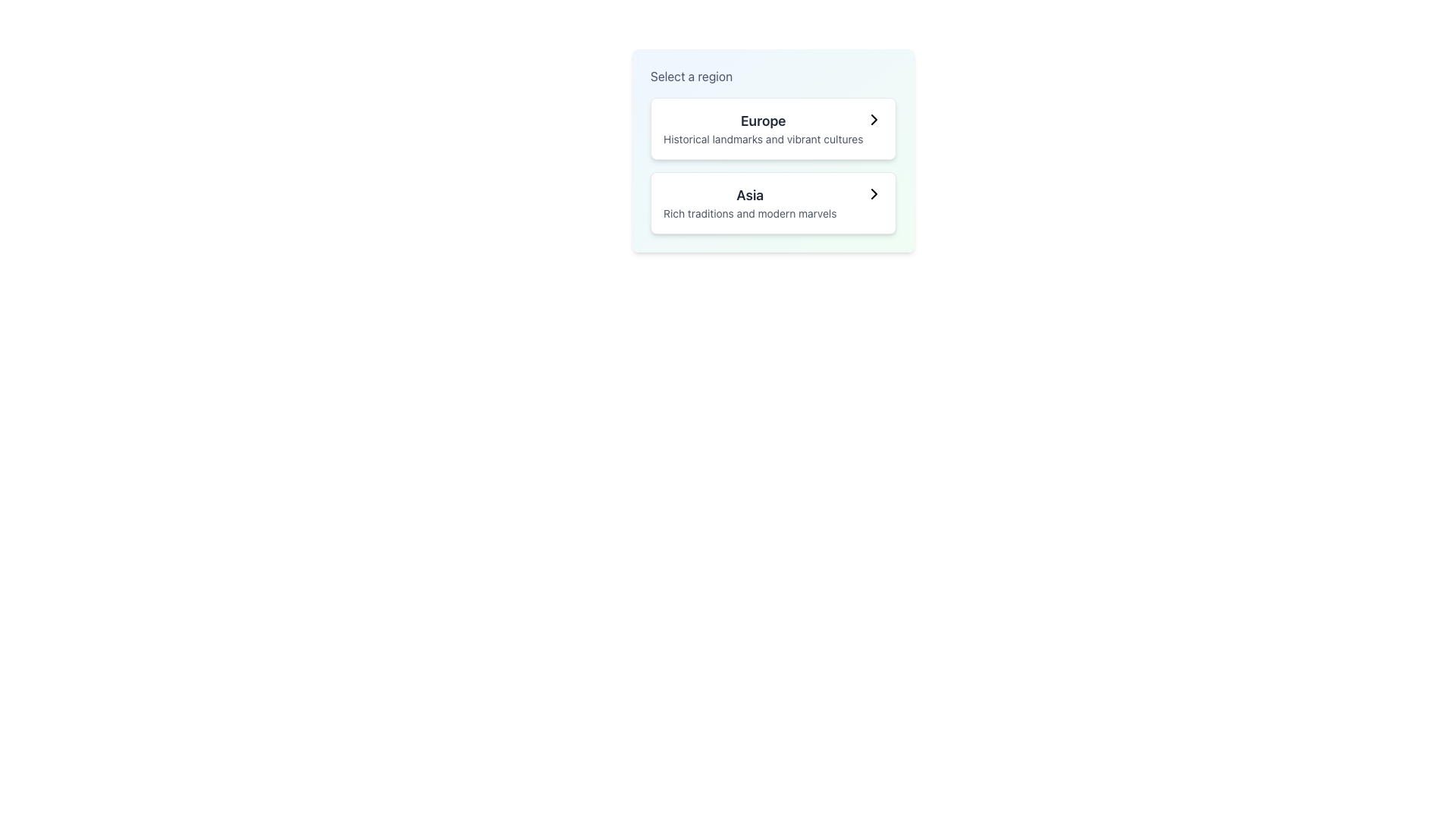 This screenshot has width=1456, height=819. What do you see at coordinates (750, 213) in the screenshot?
I see `the text element displaying 'Rich traditions and modern marvels', which is located beneath the heading 'Asia' in a light-gray font` at bounding box center [750, 213].